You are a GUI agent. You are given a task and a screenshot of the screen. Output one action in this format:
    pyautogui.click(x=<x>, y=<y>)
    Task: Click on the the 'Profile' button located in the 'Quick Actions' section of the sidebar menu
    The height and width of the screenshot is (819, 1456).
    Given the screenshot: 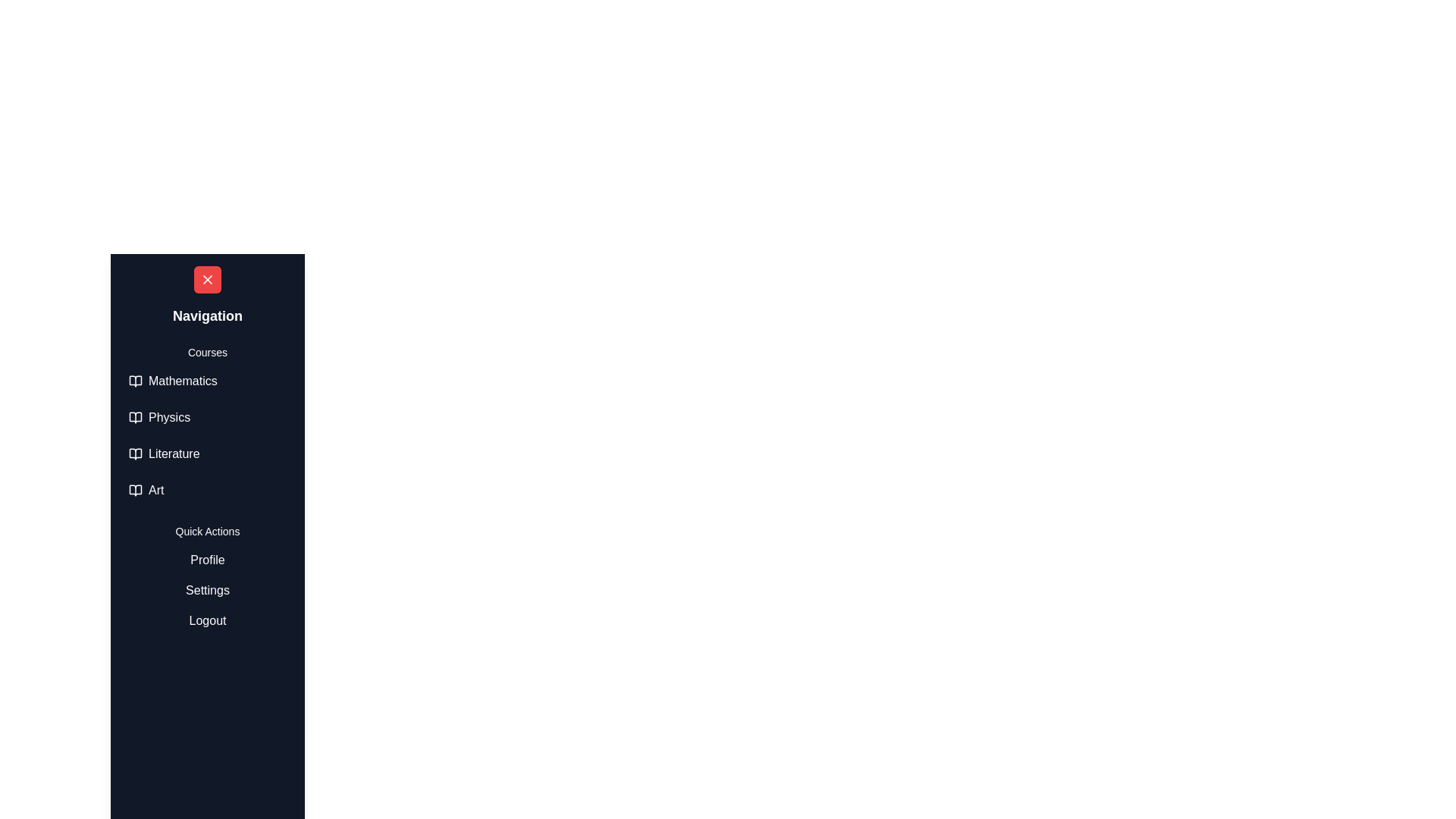 What is the action you would take?
    pyautogui.click(x=206, y=560)
    